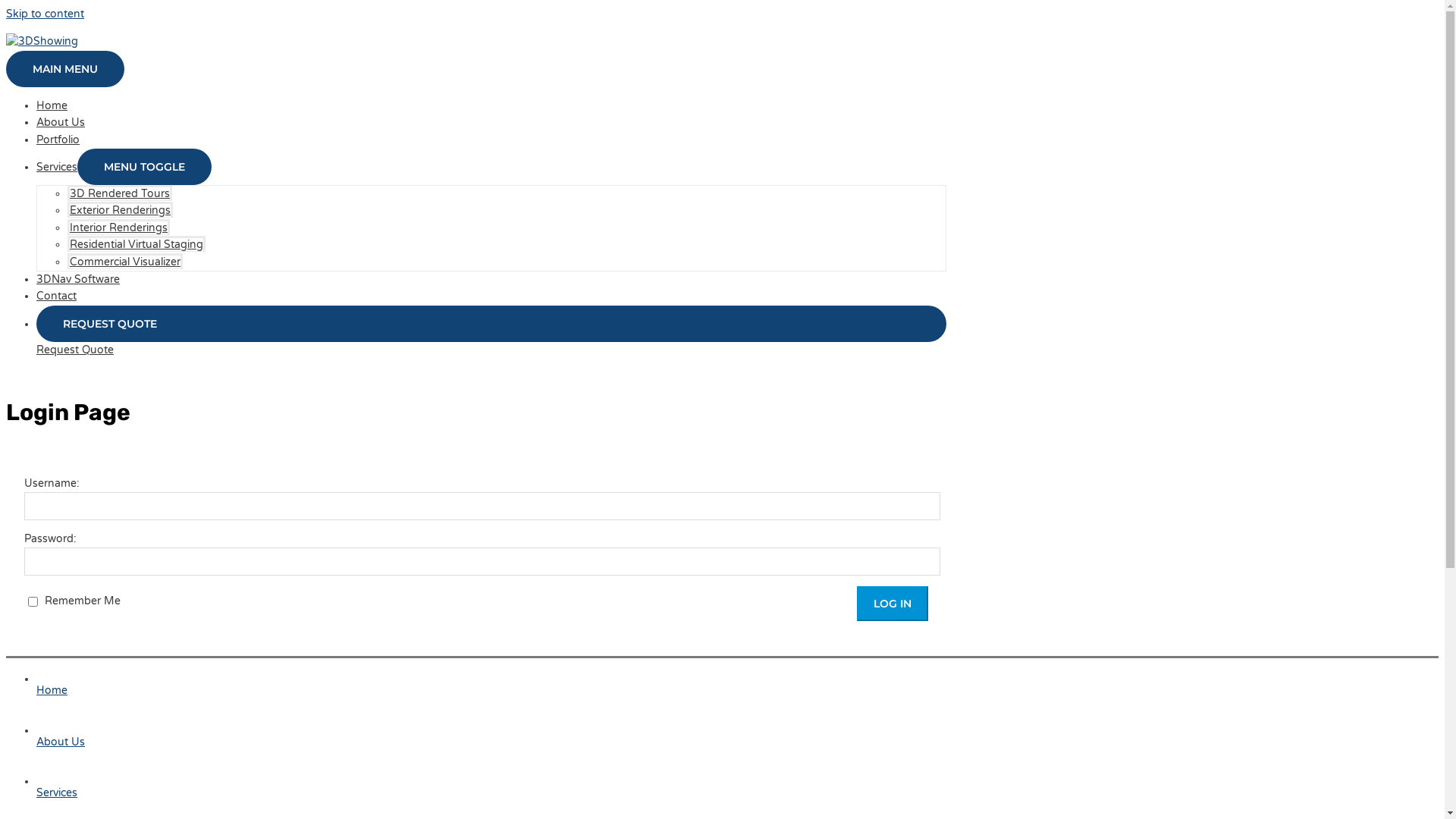  What do you see at coordinates (491, 682) in the screenshot?
I see `'Home'` at bounding box center [491, 682].